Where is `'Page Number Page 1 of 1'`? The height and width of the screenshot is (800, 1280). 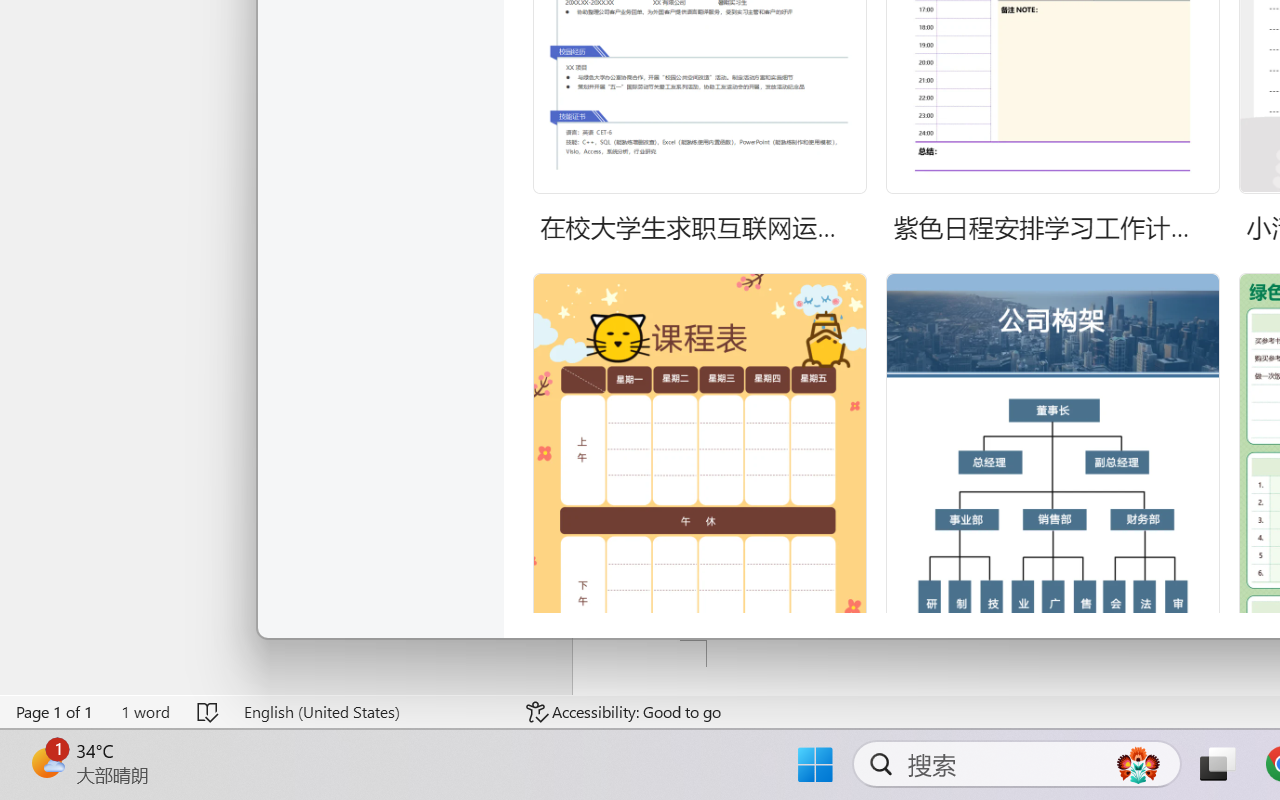 'Page Number Page 1 of 1' is located at coordinates (55, 711).